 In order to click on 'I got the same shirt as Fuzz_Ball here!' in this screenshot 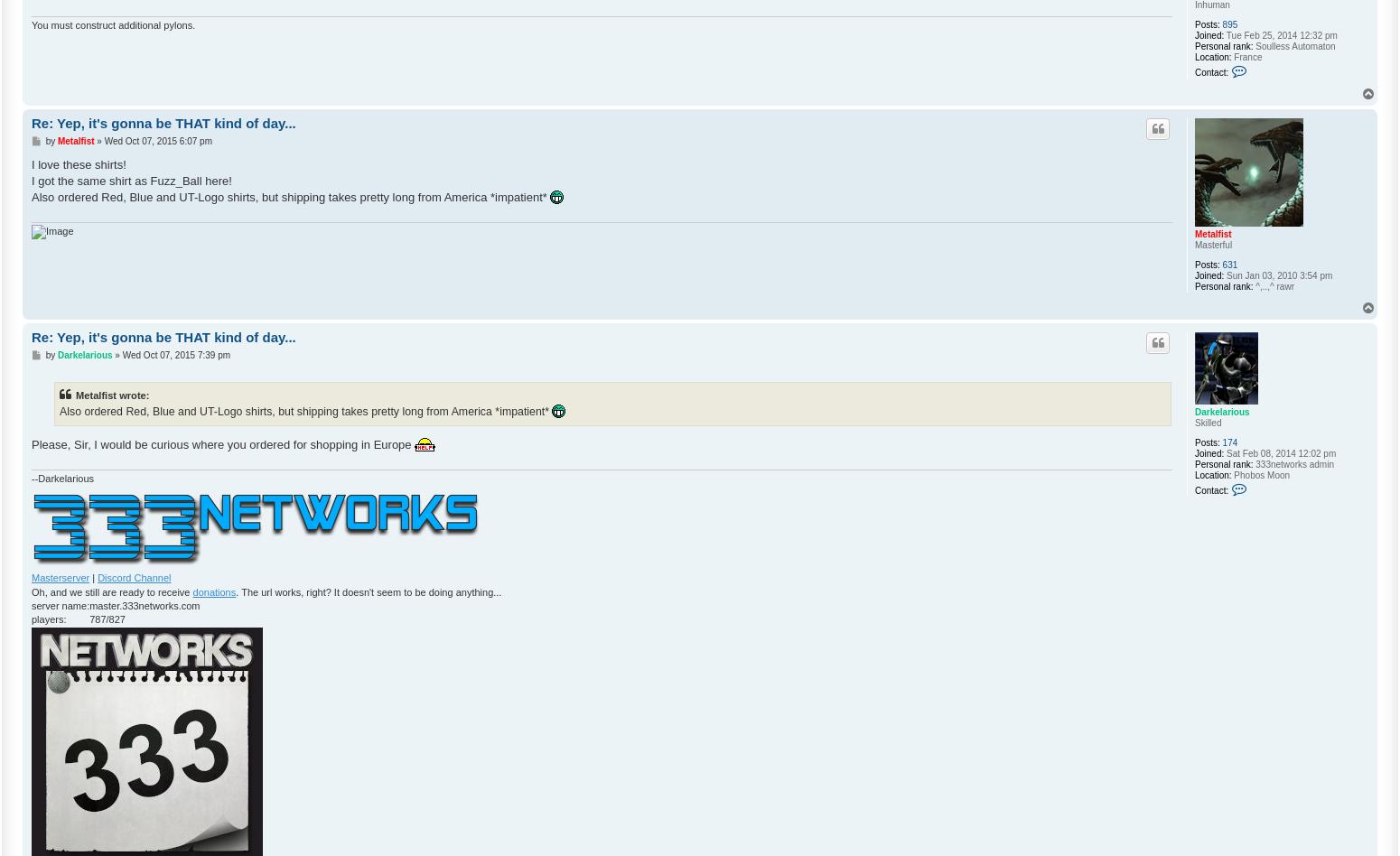, I will do `click(131, 179)`.